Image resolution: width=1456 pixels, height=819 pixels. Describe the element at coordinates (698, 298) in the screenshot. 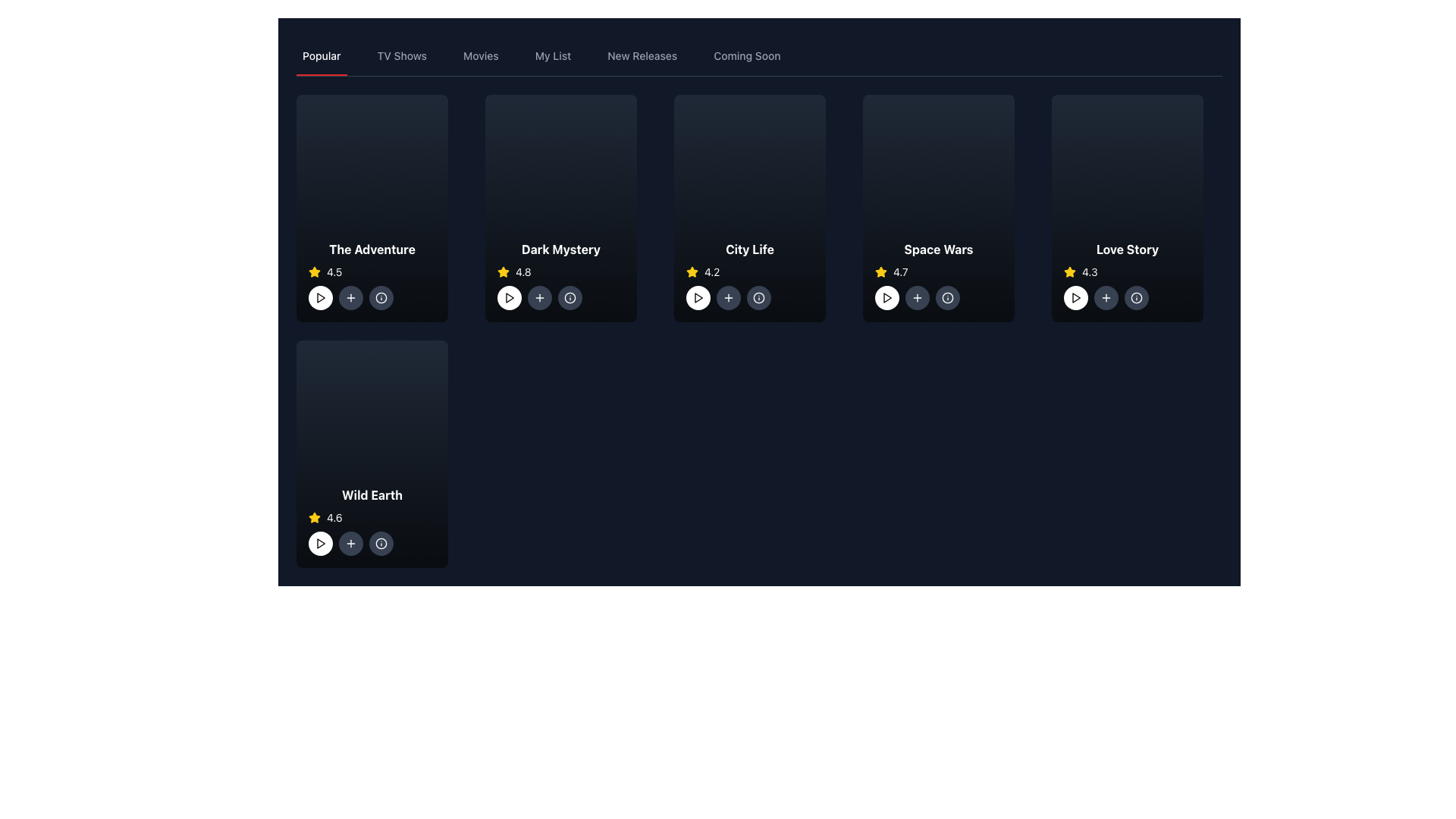

I see `the circular button with a white background and a black triangular play icon located under the 'City Life' card, which is the first button in a horizontal arrangement of buttons` at that location.